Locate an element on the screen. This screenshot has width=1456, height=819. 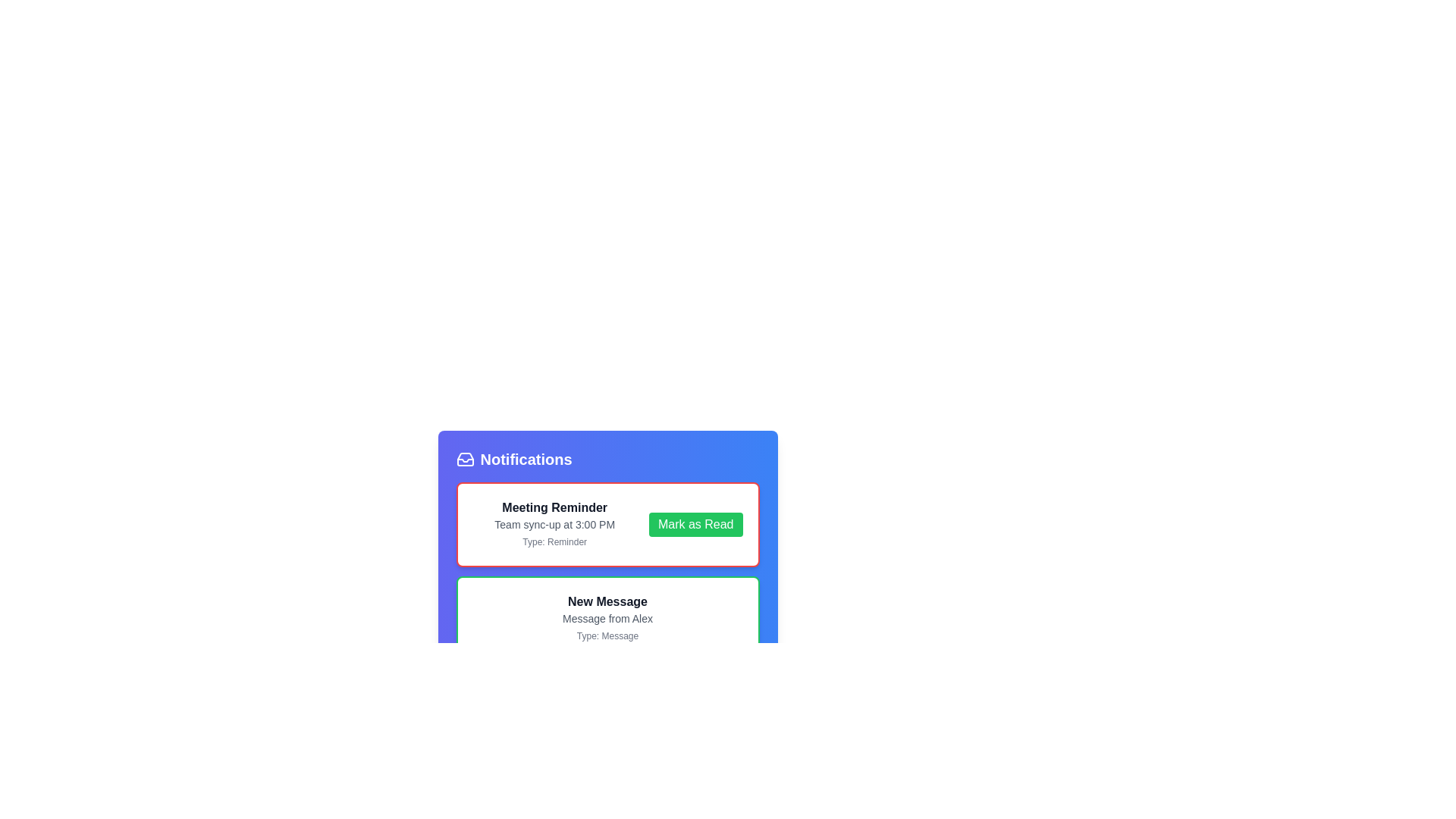
the Notification Group element containing 'Meeting Reminder' and 'New Message' notifications is located at coordinates (607, 571).